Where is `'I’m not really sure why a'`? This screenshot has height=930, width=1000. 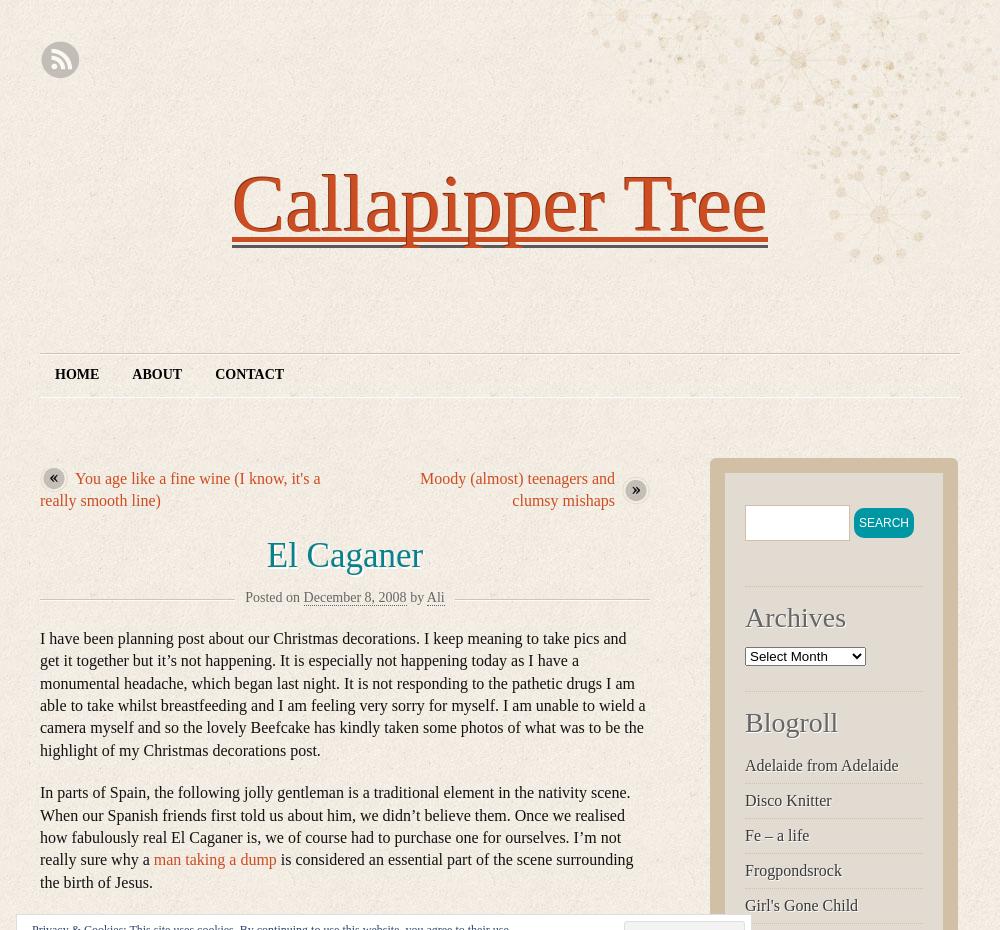 'I’m not really sure why a' is located at coordinates (40, 847).